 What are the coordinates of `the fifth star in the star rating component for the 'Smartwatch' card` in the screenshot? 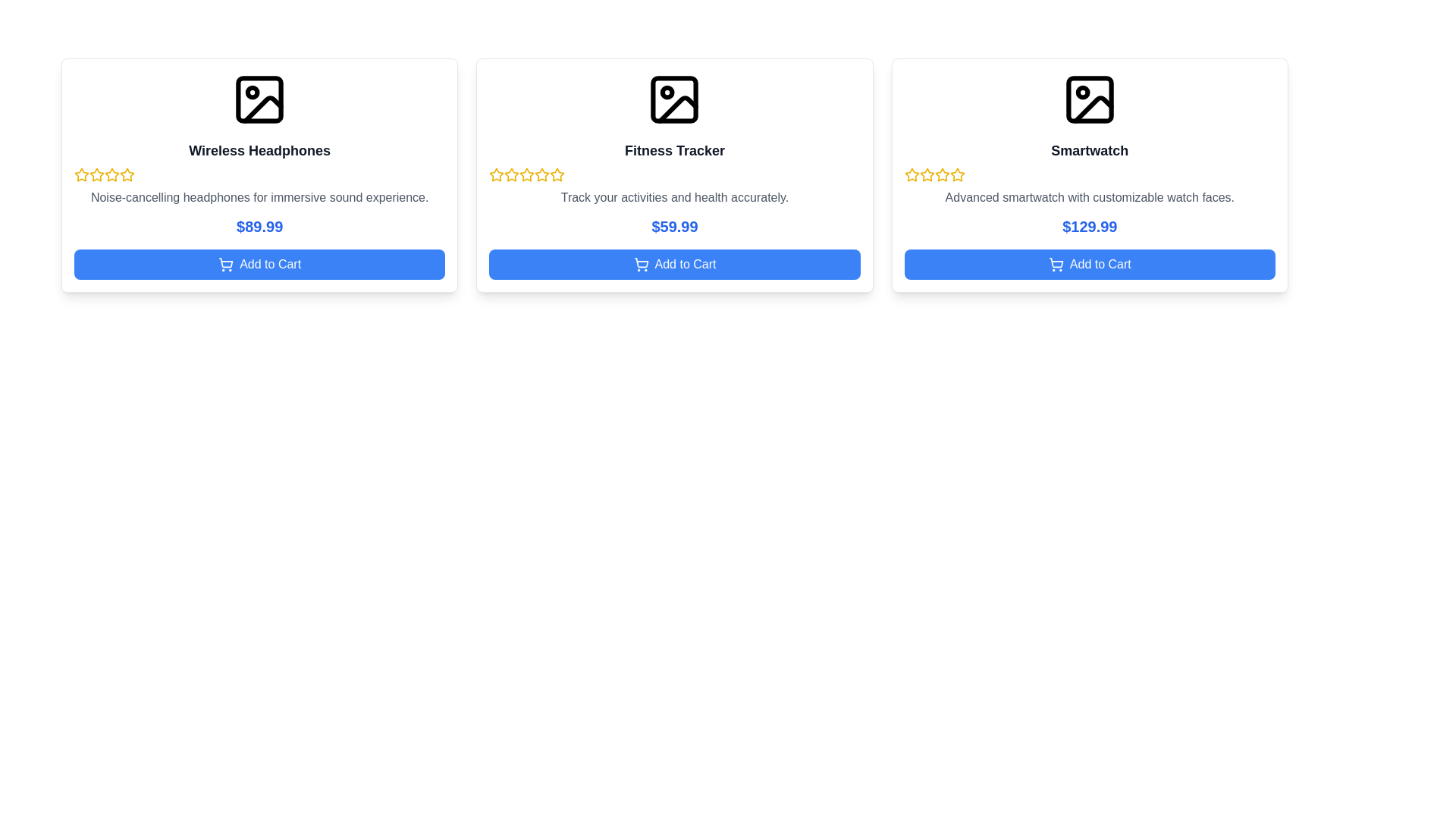 It's located at (956, 174).